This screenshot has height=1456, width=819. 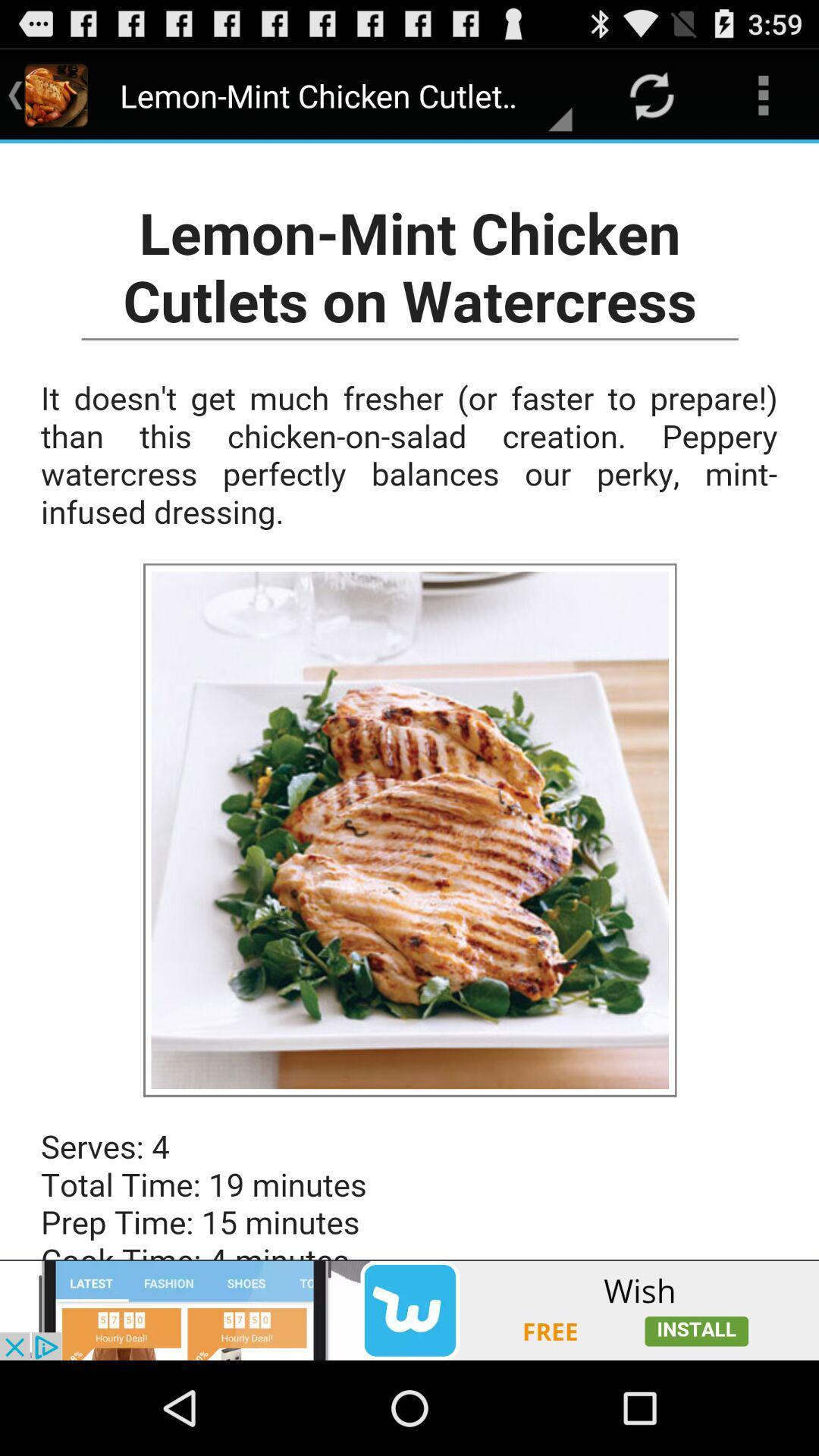 I want to click on screen saver, so click(x=409, y=701).